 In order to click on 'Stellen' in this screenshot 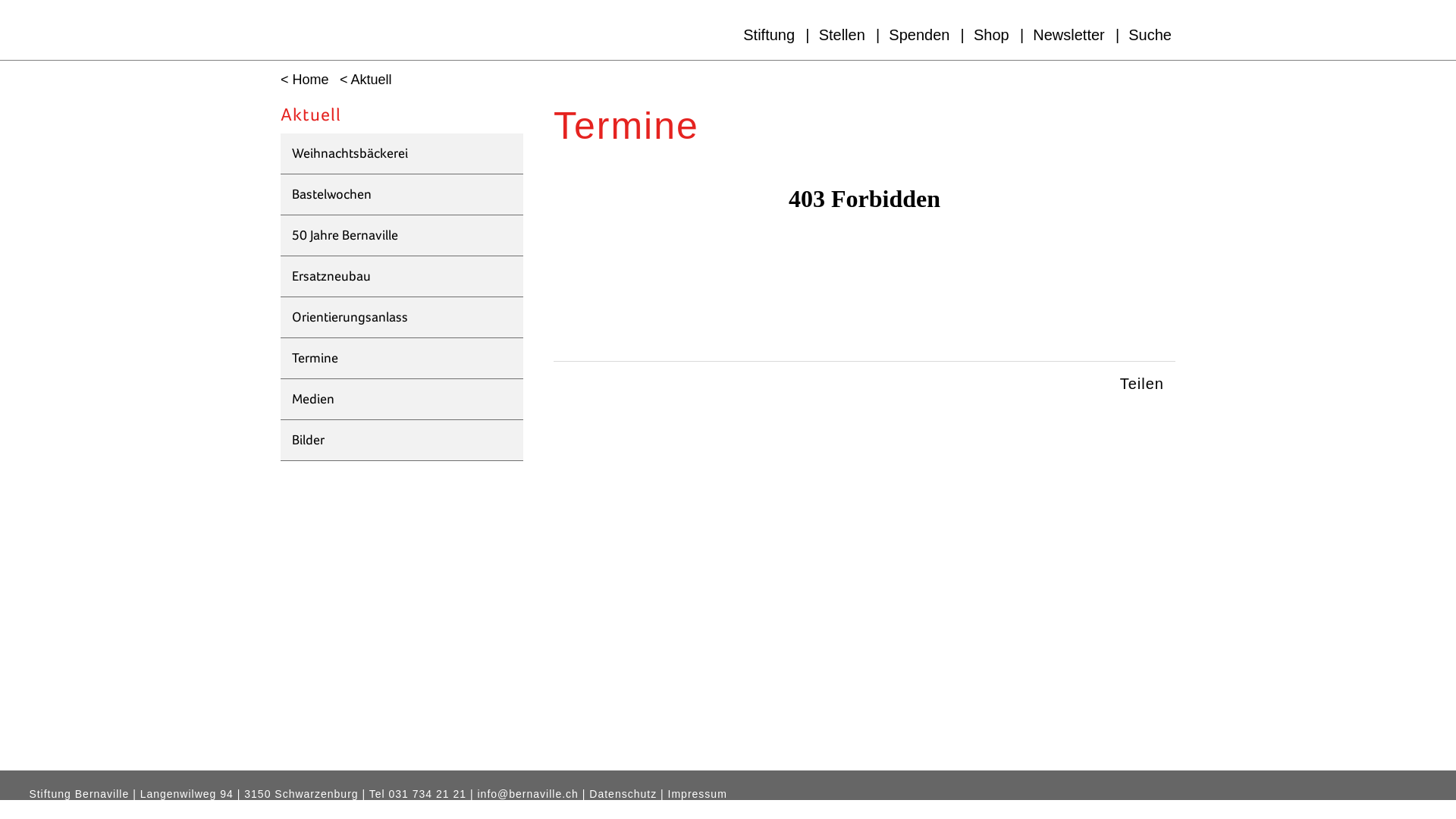, I will do `click(841, 34)`.